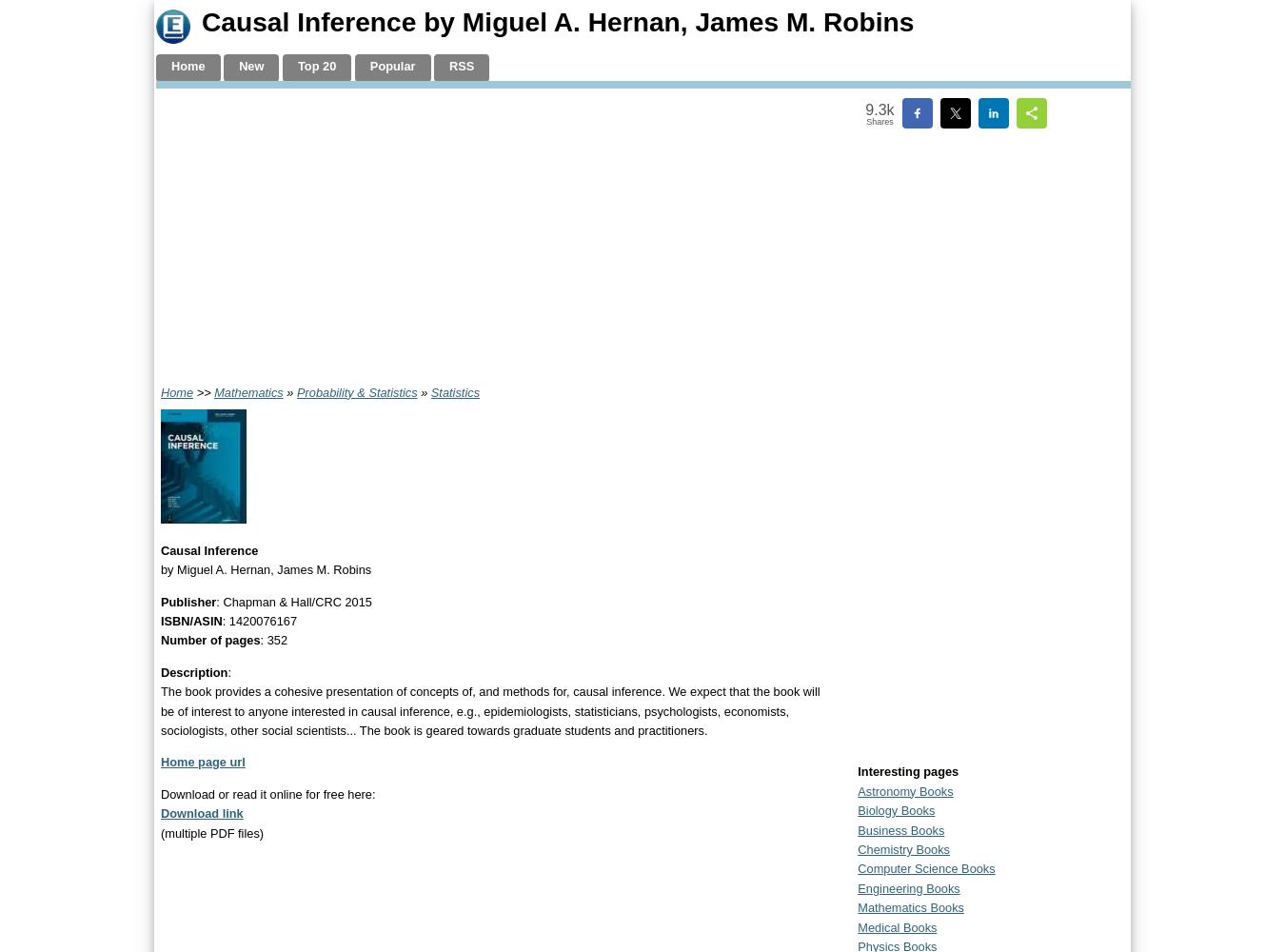 This screenshot has height=952, width=1285. Describe the element at coordinates (907, 771) in the screenshot. I see `'Interesting pages'` at that location.